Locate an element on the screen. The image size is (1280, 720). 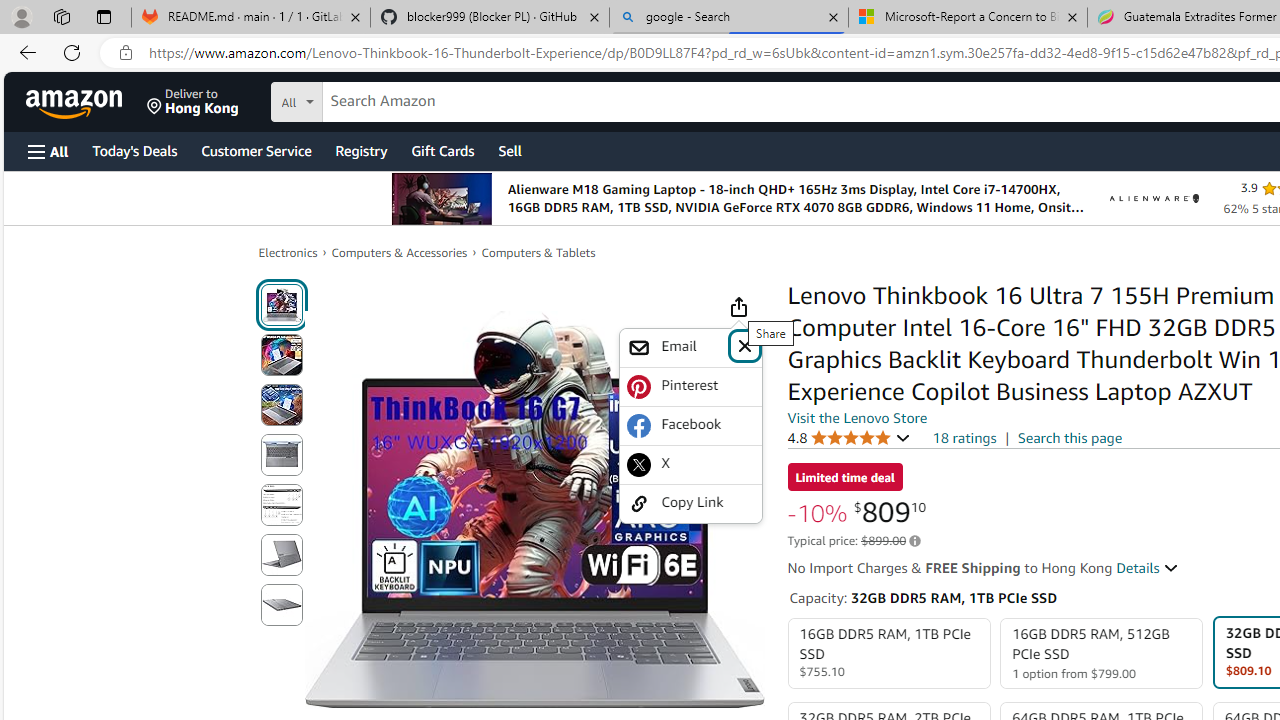
'Facebook' is located at coordinates (690, 424).